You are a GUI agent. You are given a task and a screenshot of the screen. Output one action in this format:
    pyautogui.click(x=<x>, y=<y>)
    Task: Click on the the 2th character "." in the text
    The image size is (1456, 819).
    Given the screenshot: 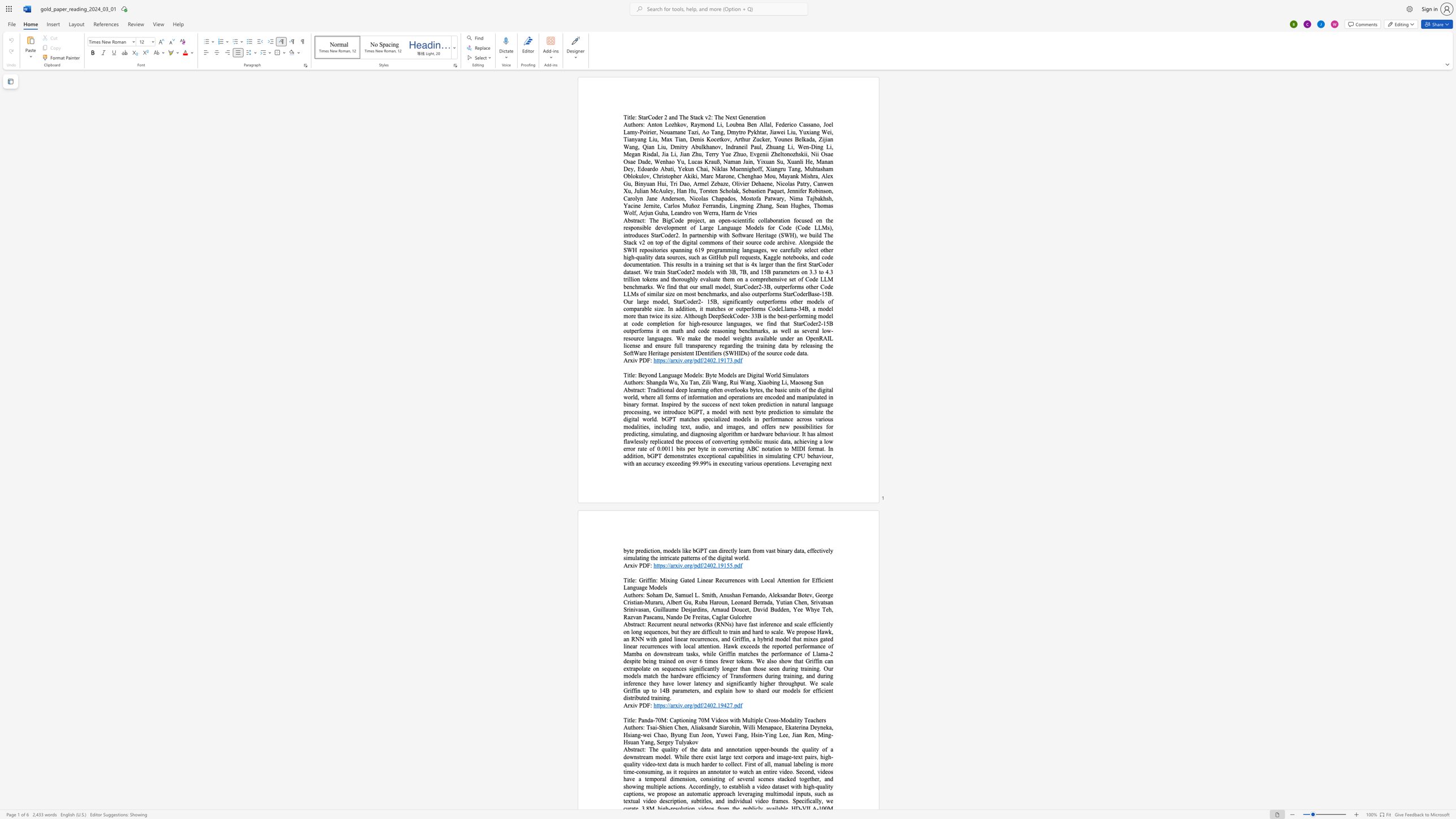 What is the action you would take?
    pyautogui.click(x=716, y=359)
    